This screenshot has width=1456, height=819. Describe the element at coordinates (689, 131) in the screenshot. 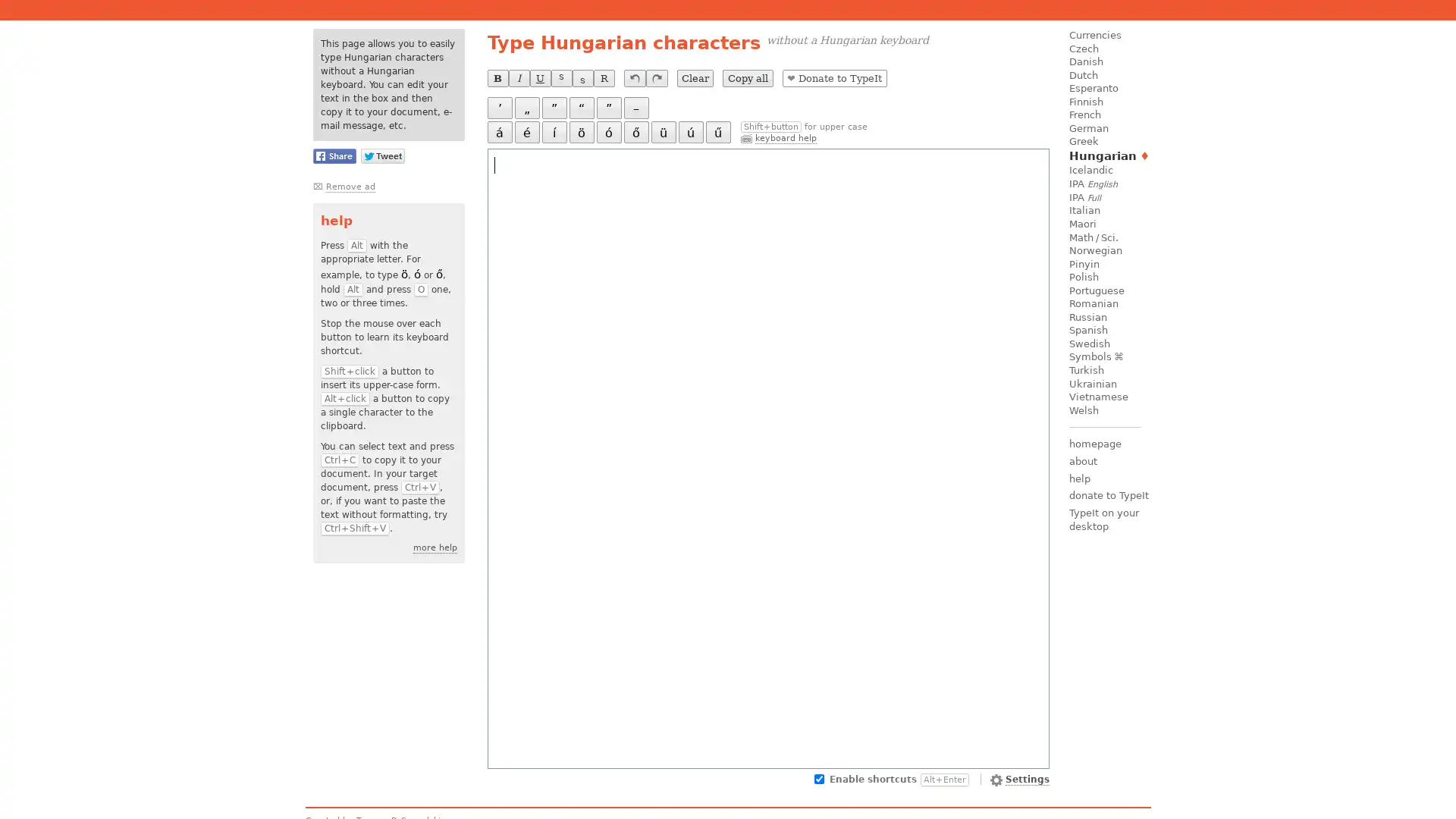

I see `u` at that location.